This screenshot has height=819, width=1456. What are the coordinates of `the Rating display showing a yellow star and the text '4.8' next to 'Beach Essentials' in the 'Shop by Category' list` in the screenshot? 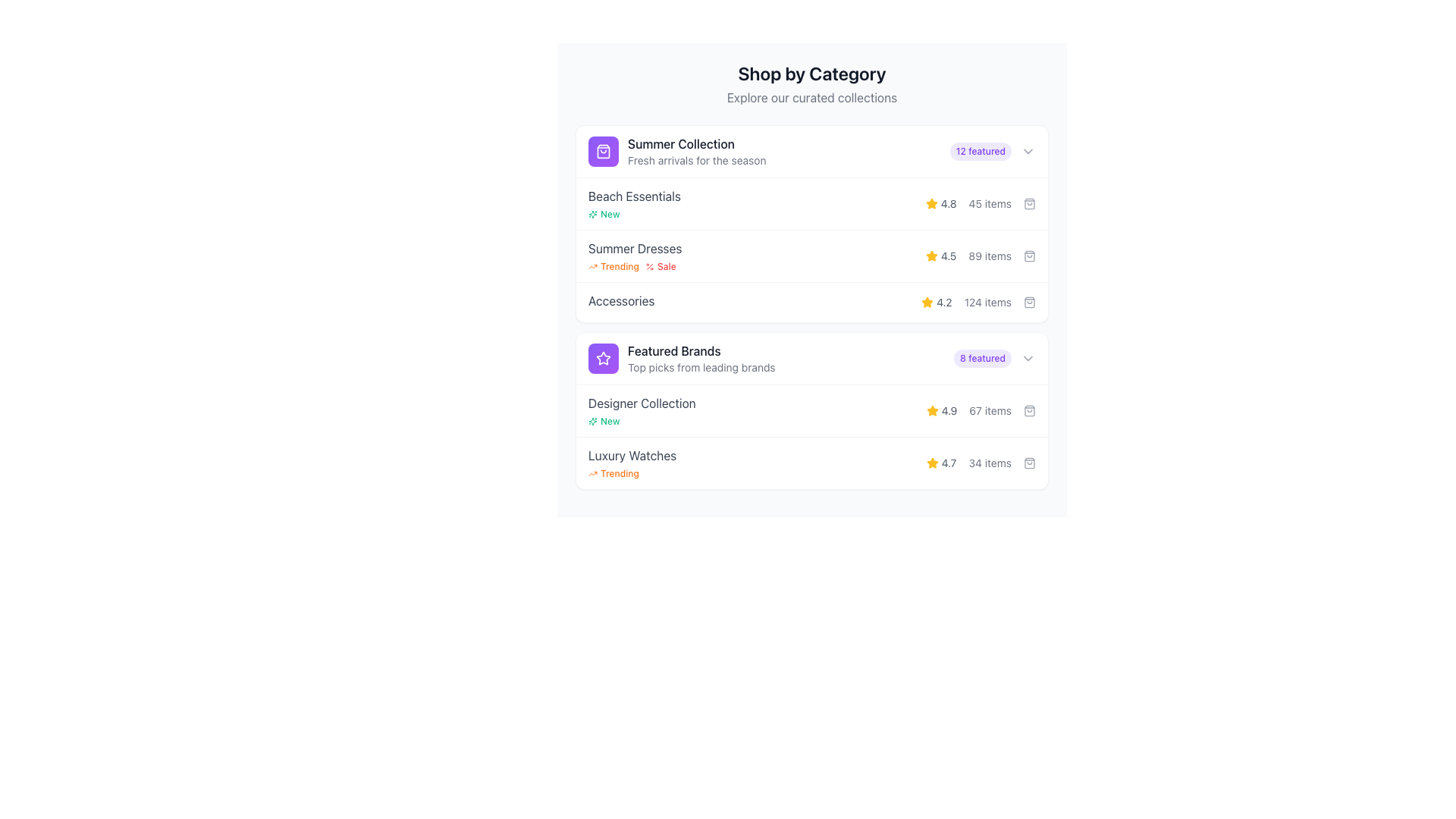 It's located at (940, 203).